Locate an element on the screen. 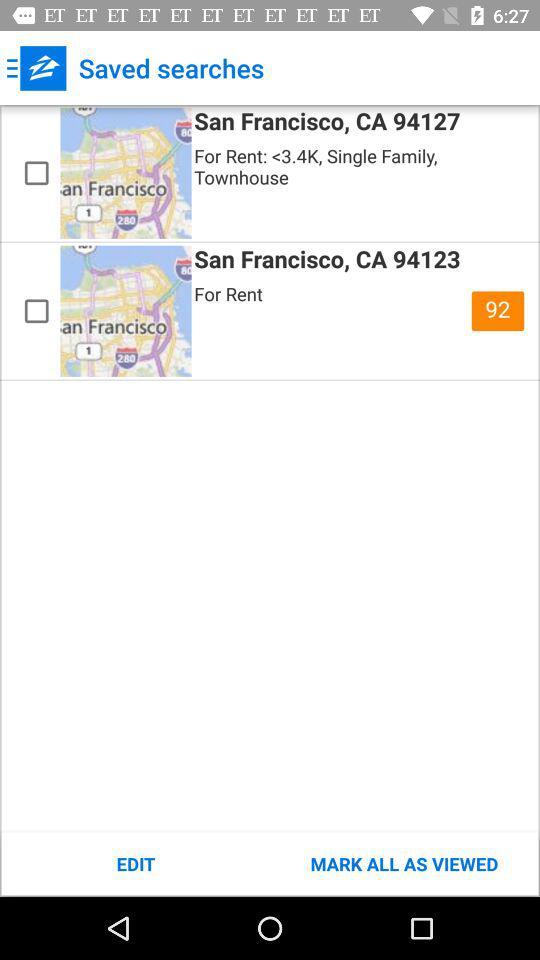 The width and height of the screenshot is (540, 960). boutton you tick or untick to select is located at coordinates (36, 311).